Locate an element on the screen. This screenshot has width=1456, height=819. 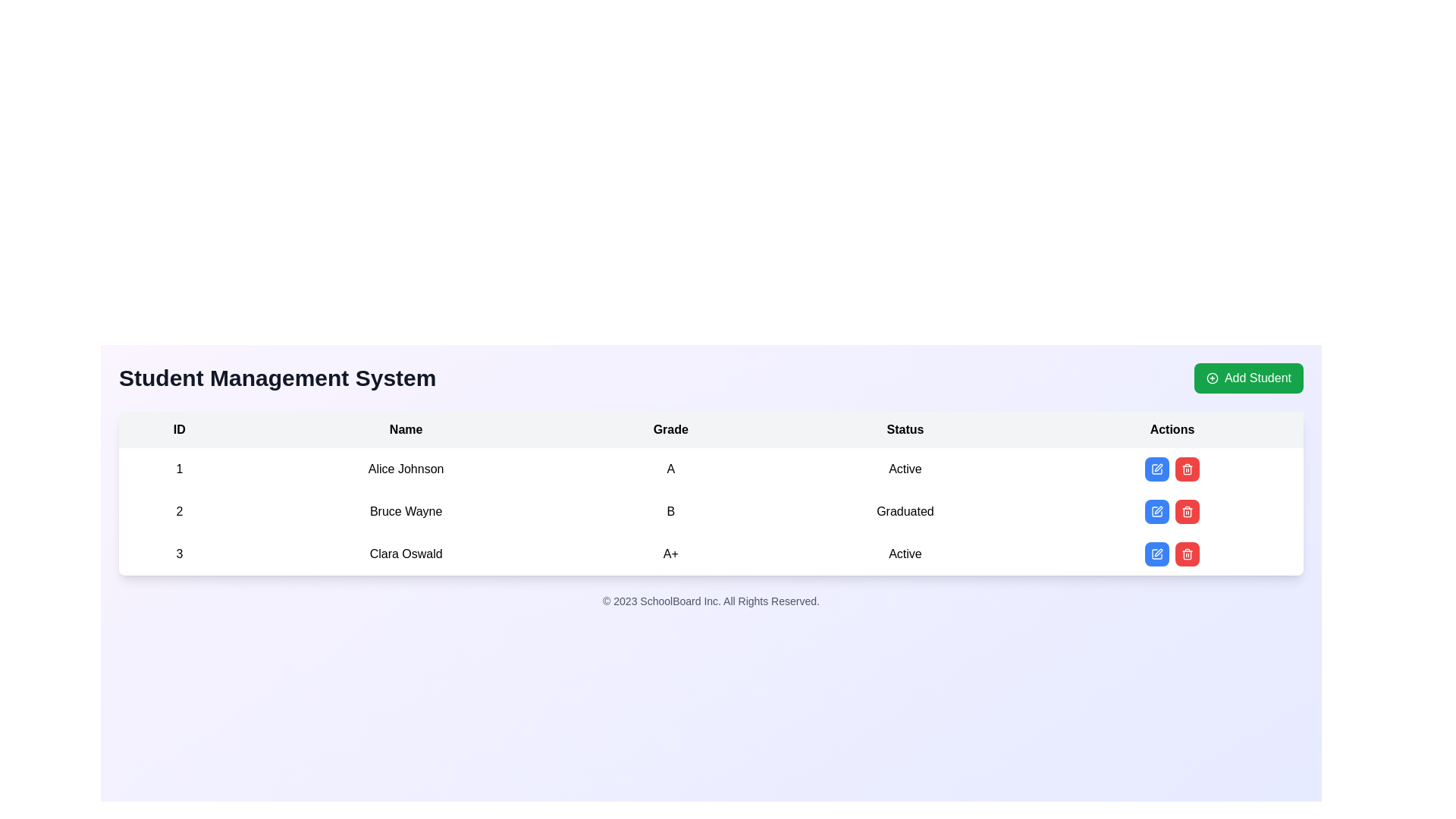
the text label displaying the letter 'A' in the third column under the header 'Grade' for Alice Johnson is located at coordinates (670, 468).